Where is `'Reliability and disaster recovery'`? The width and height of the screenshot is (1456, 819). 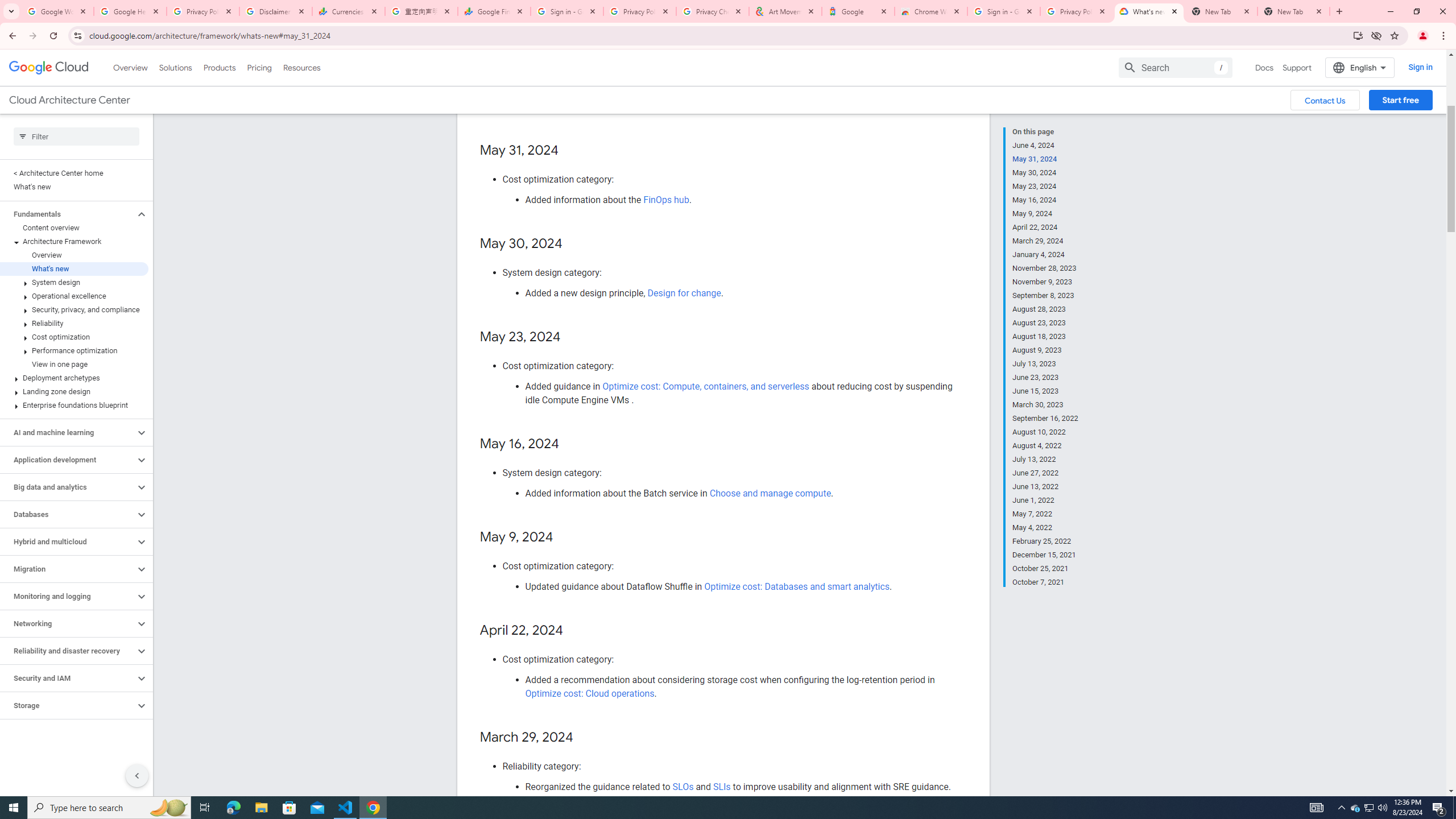 'Reliability and disaster recovery' is located at coordinates (67, 651).